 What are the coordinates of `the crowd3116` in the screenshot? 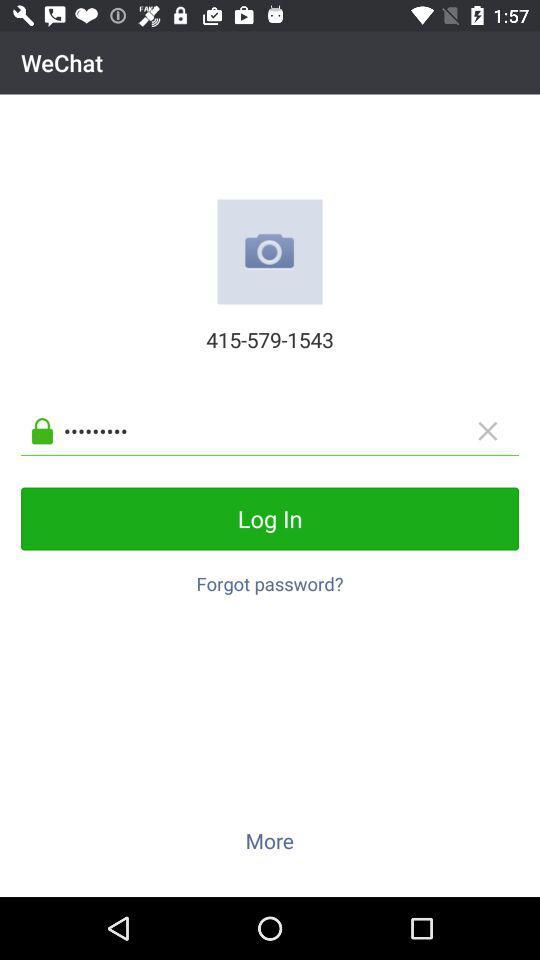 It's located at (285, 431).